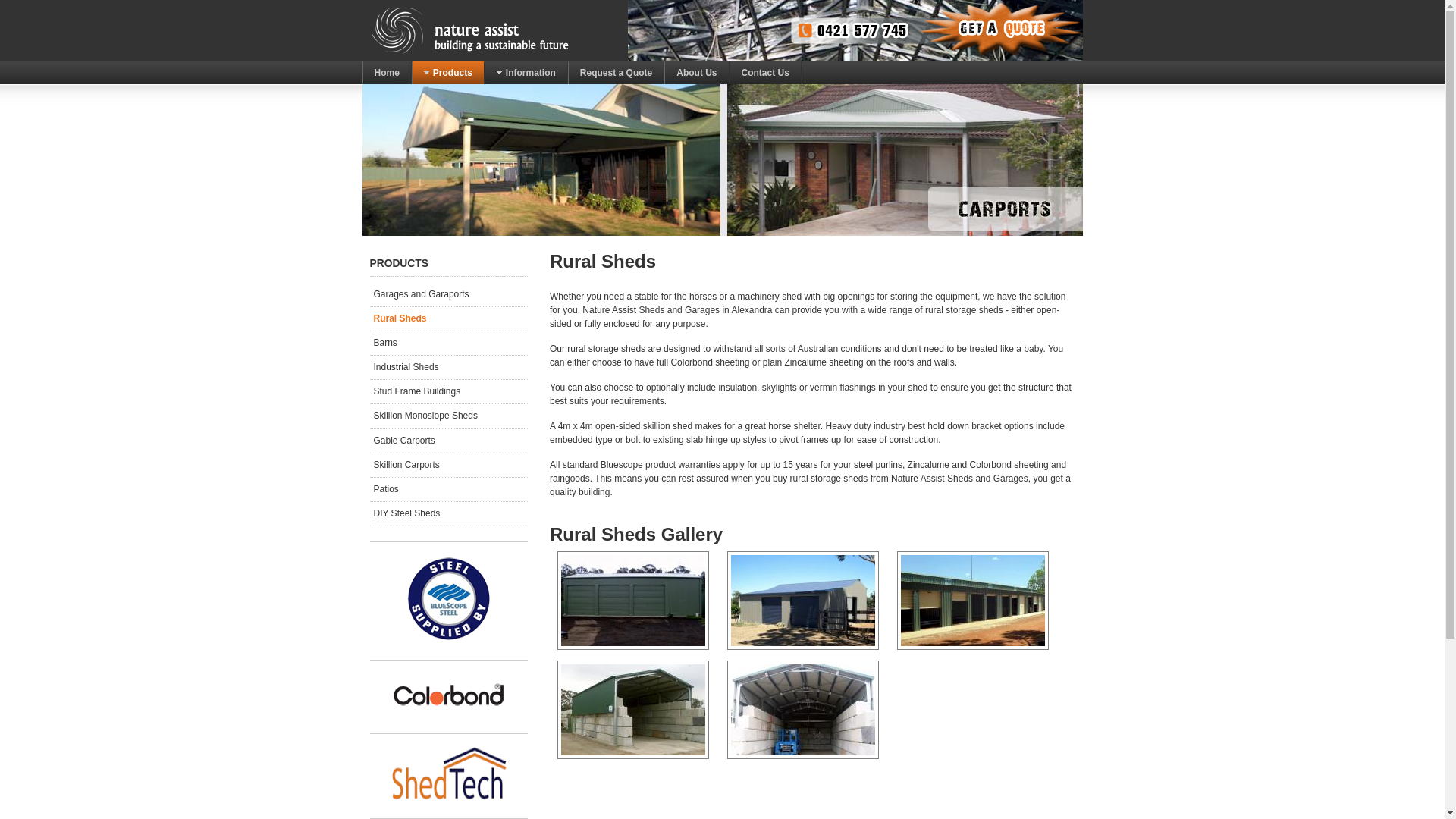  I want to click on 'Request a Quote', so click(616, 73).